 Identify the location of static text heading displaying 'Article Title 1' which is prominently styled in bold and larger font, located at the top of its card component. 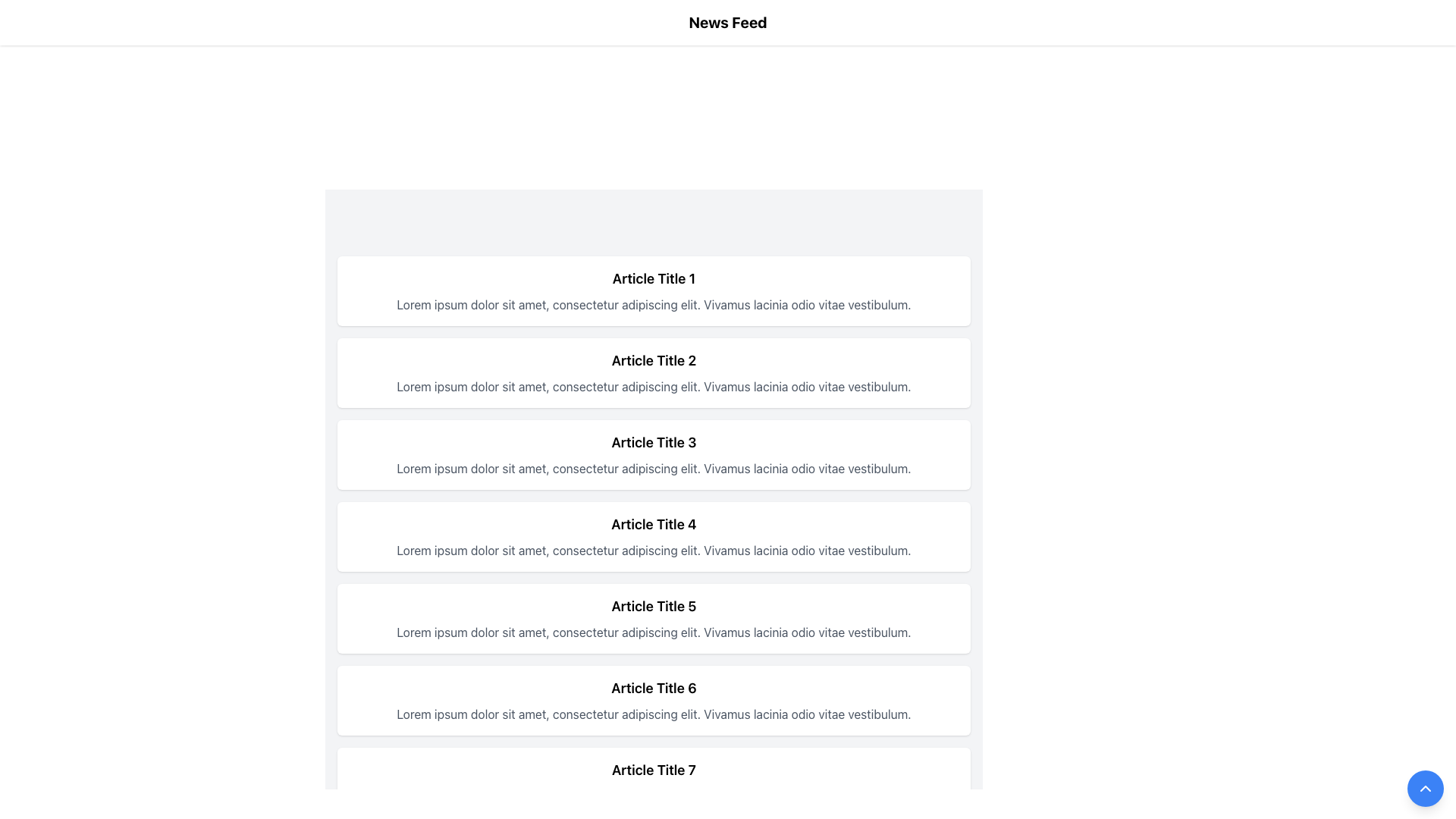
(654, 278).